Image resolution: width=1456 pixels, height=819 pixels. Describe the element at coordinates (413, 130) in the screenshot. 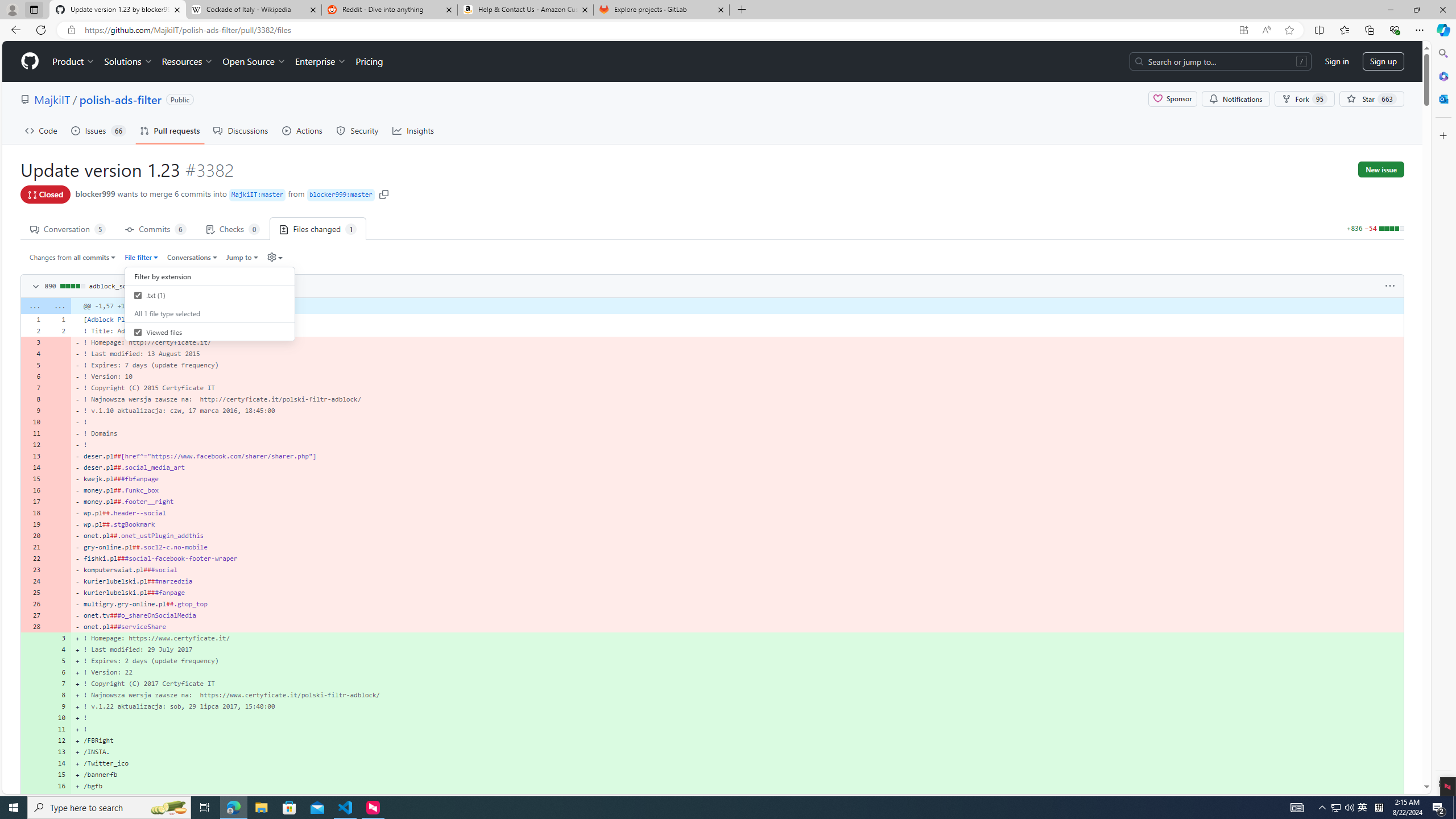

I see `'Insights'` at that location.